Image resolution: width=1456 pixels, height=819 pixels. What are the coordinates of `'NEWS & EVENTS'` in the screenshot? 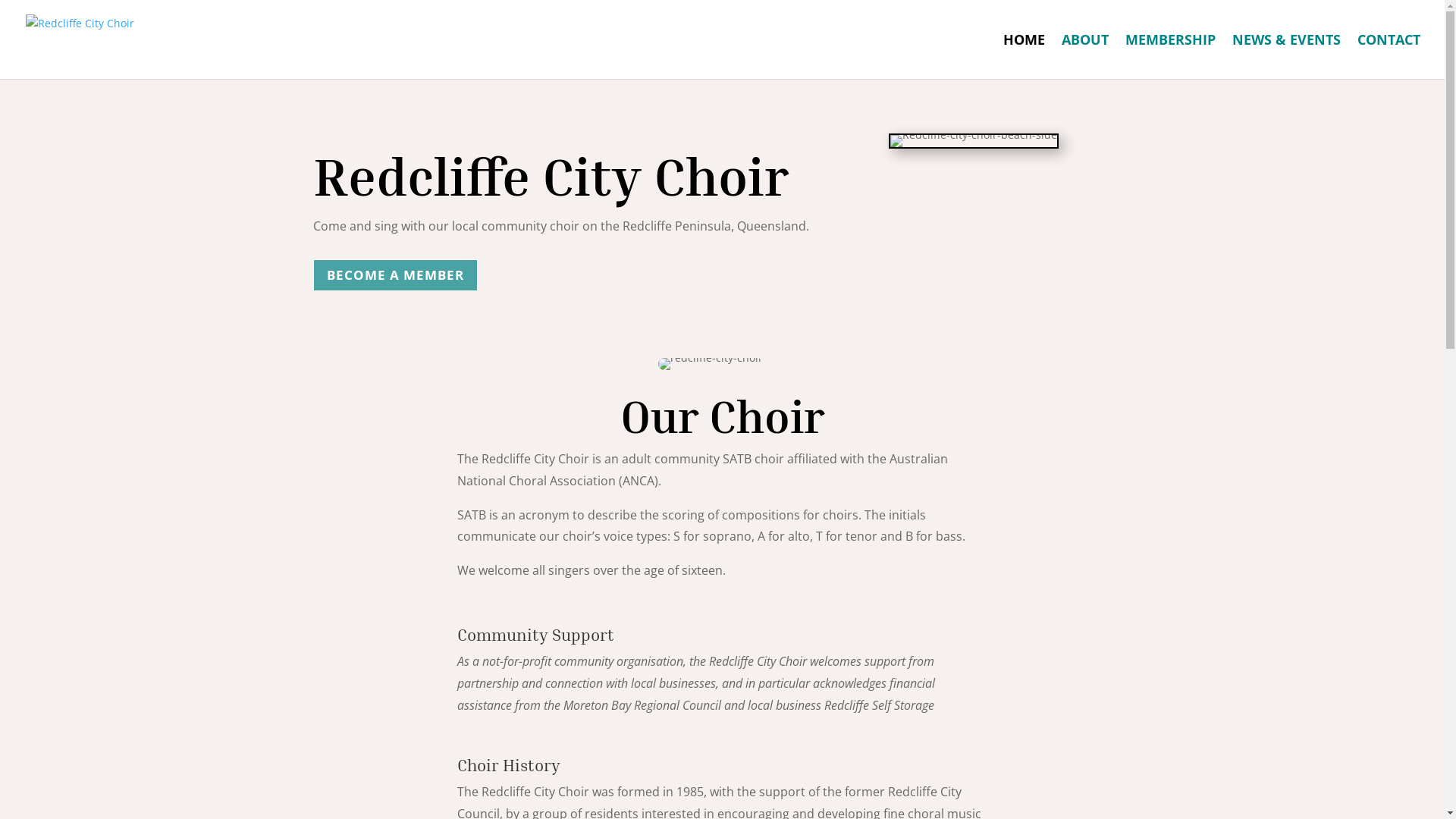 It's located at (1285, 55).